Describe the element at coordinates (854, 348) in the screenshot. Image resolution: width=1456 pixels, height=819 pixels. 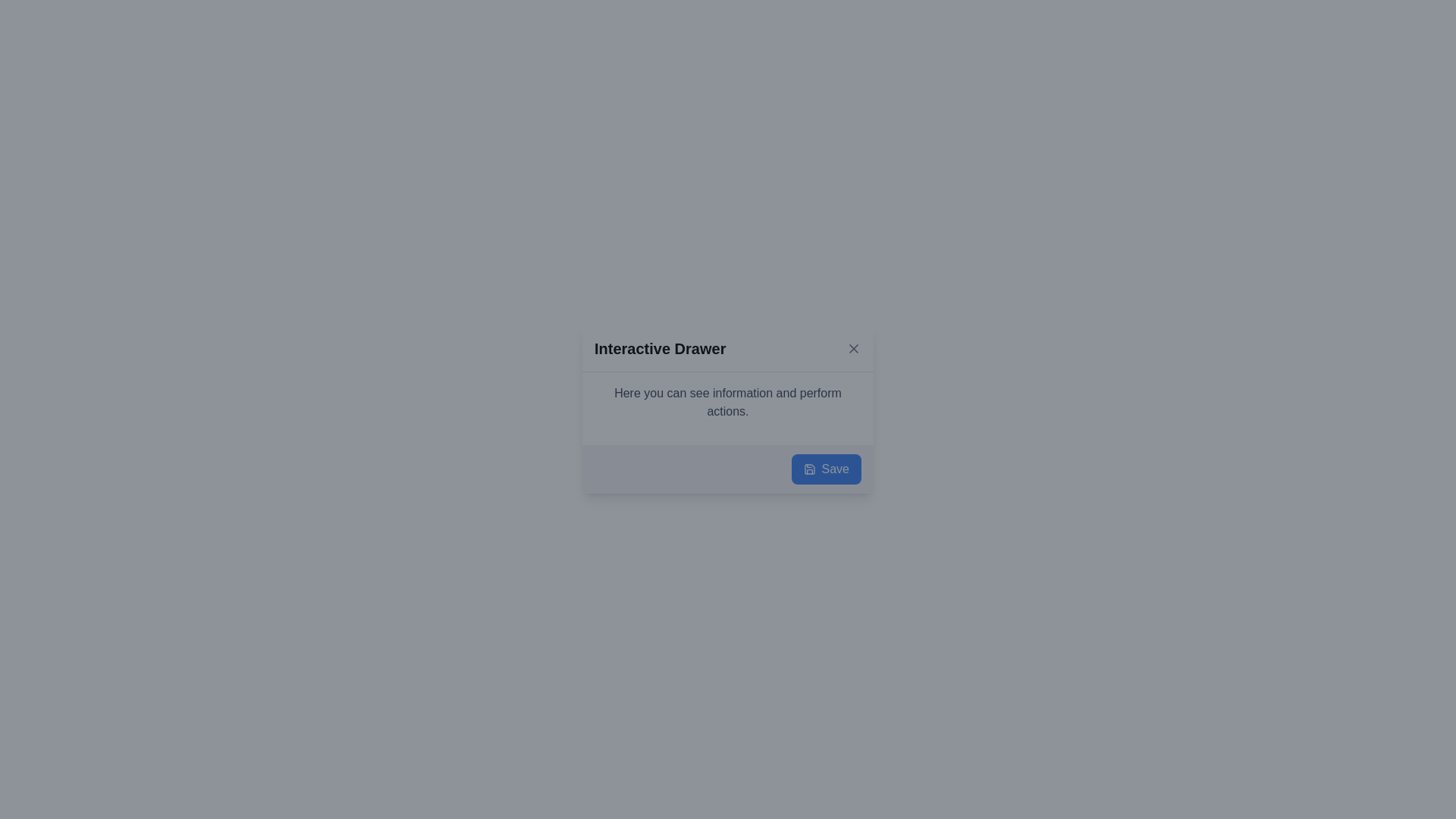
I see `the close button of the 'Interactive Drawer'` at that location.